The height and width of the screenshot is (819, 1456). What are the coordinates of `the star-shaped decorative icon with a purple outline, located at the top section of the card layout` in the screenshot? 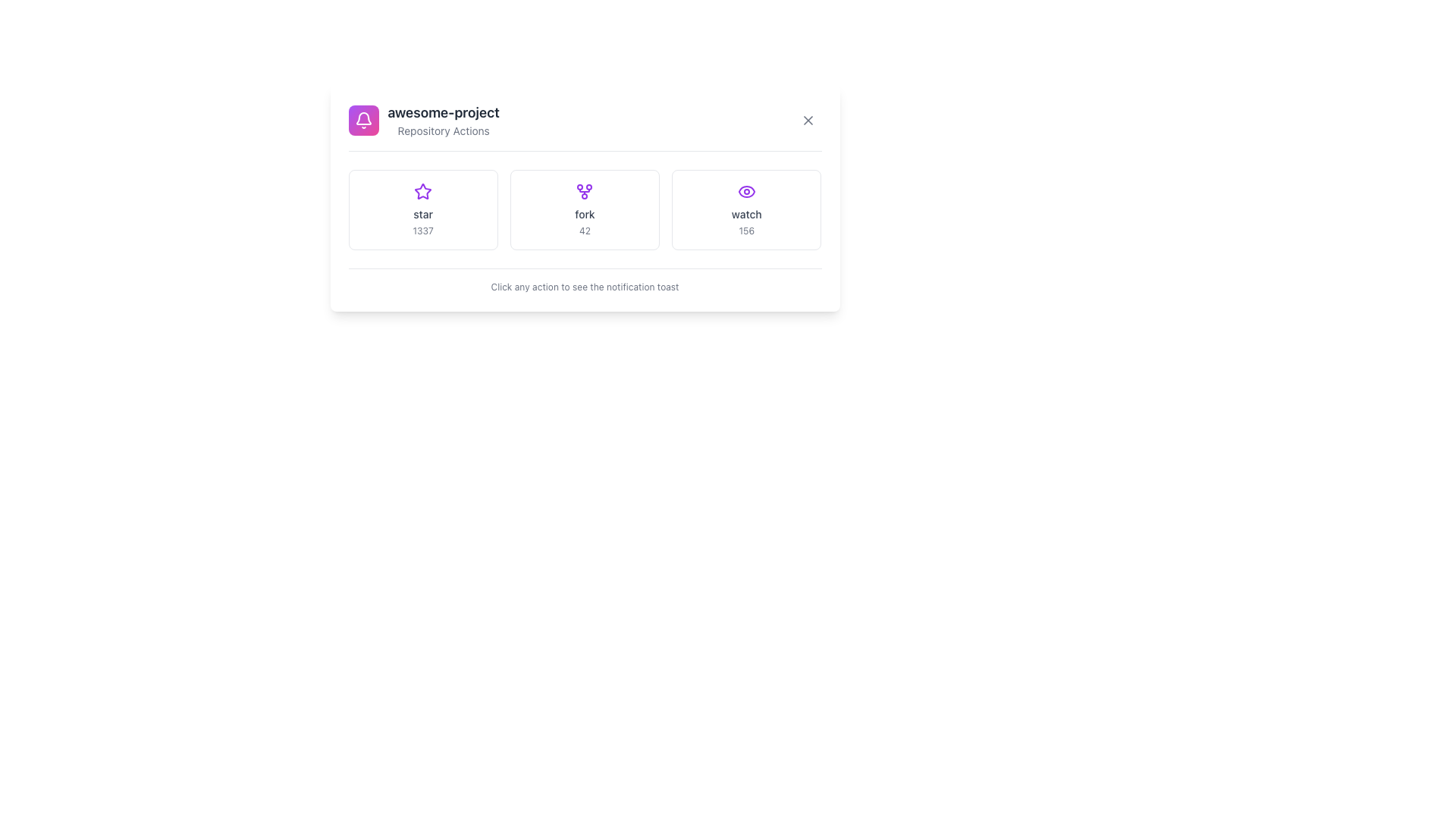 It's located at (423, 191).